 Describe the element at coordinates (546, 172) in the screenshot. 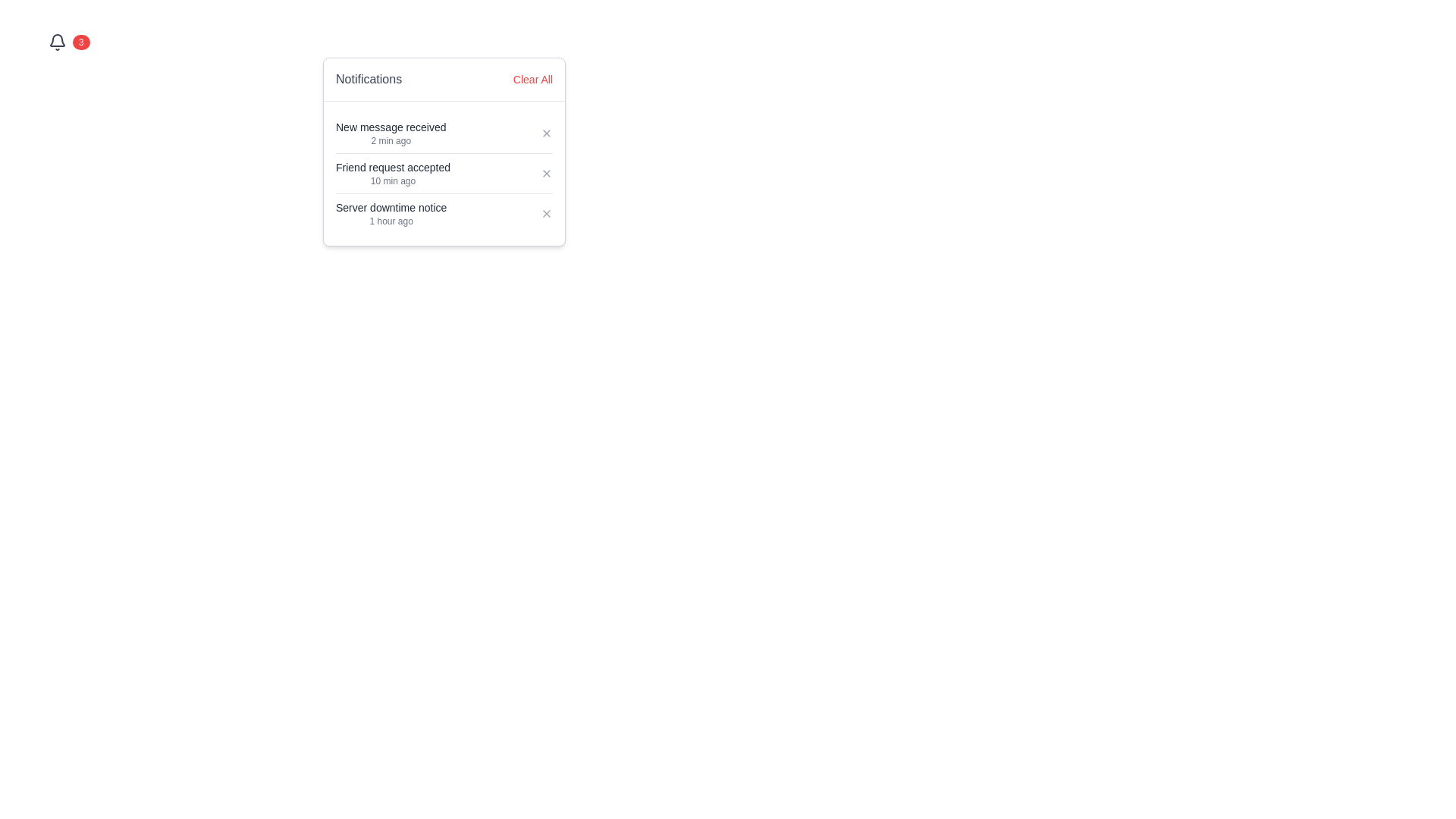

I see `the gray close icon resembling an 'X'` at that location.